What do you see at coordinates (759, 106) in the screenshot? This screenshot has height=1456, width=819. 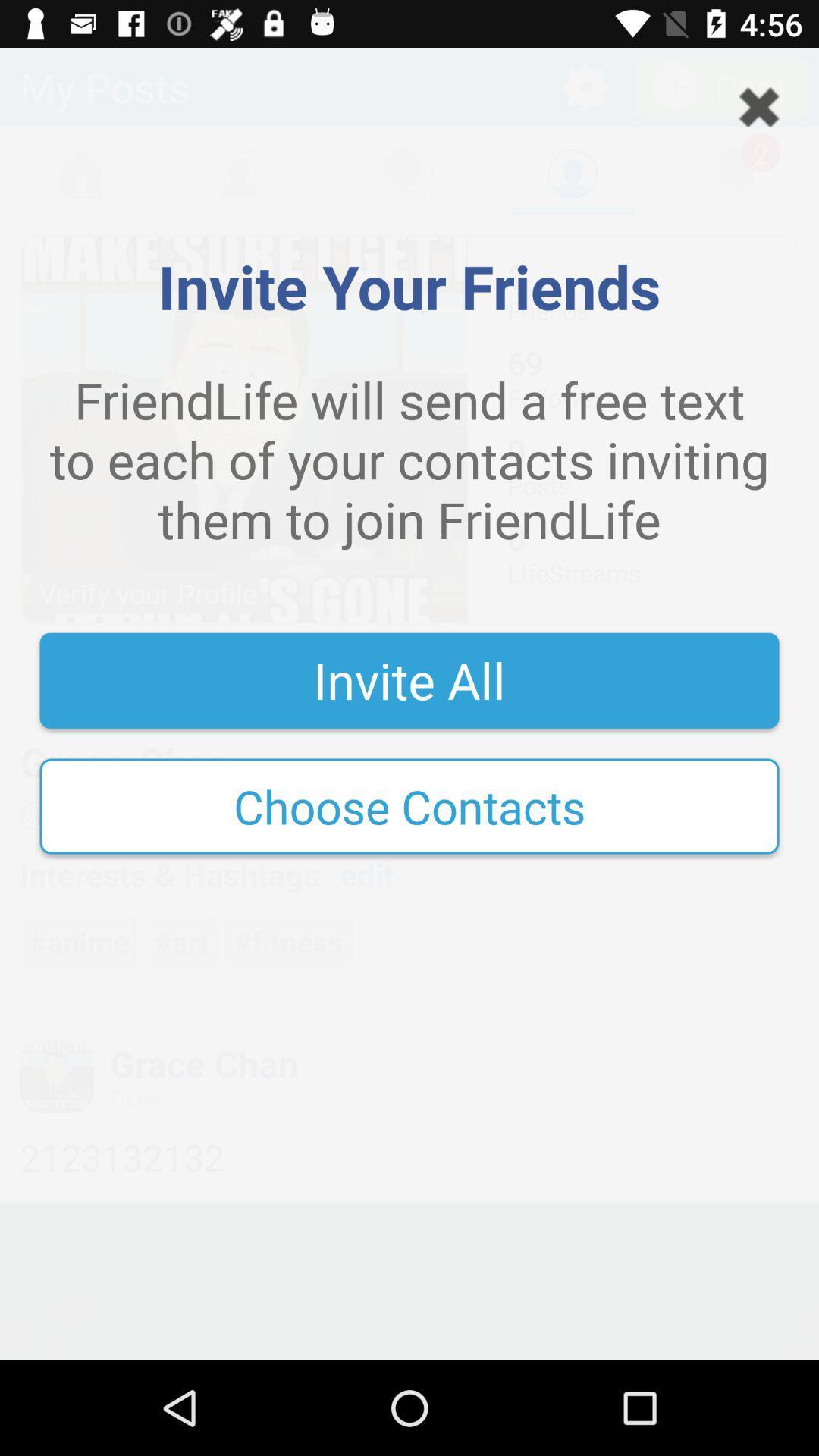 I see `close` at bounding box center [759, 106].